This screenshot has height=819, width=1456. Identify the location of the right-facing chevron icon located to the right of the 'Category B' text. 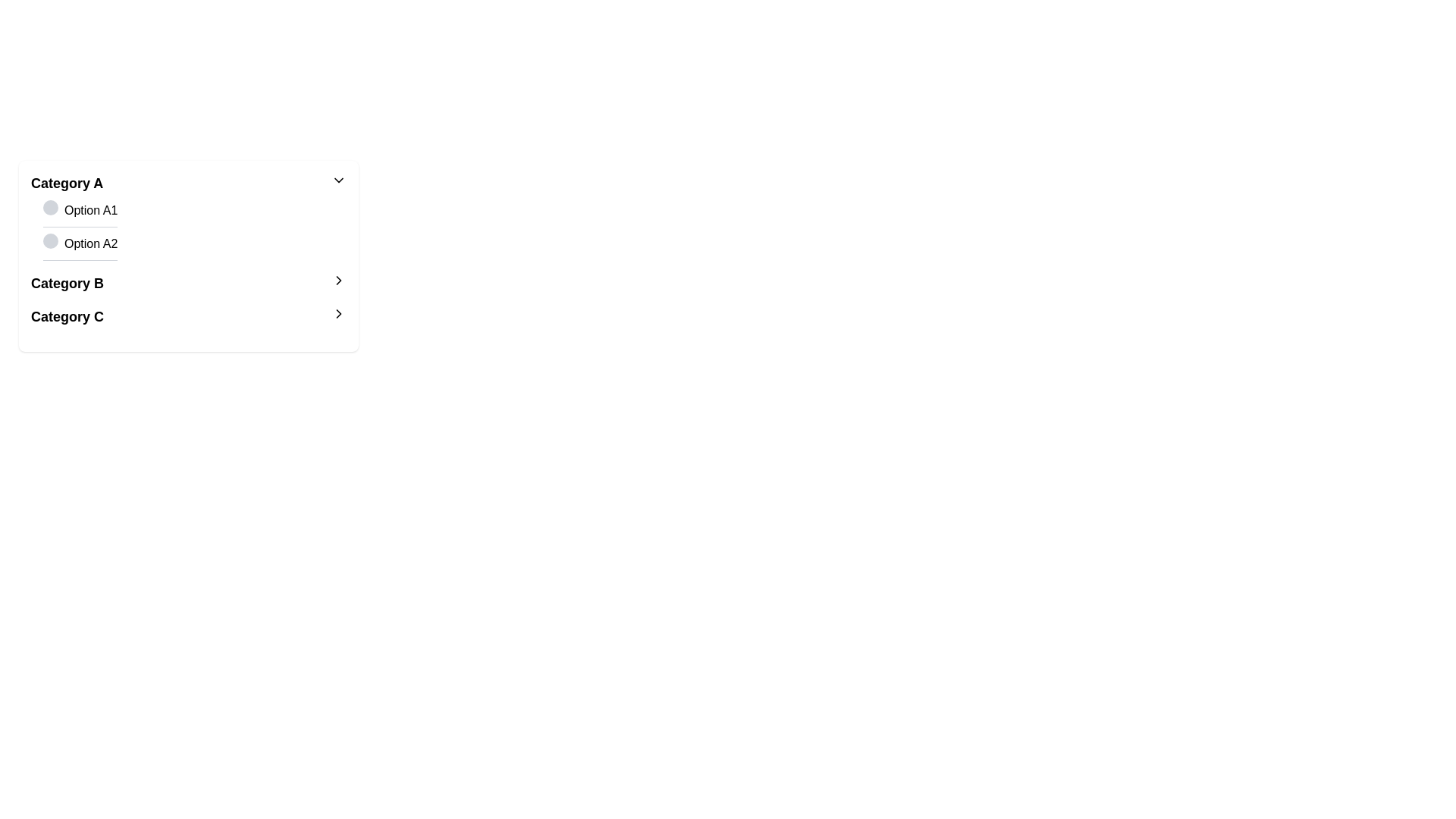
(337, 281).